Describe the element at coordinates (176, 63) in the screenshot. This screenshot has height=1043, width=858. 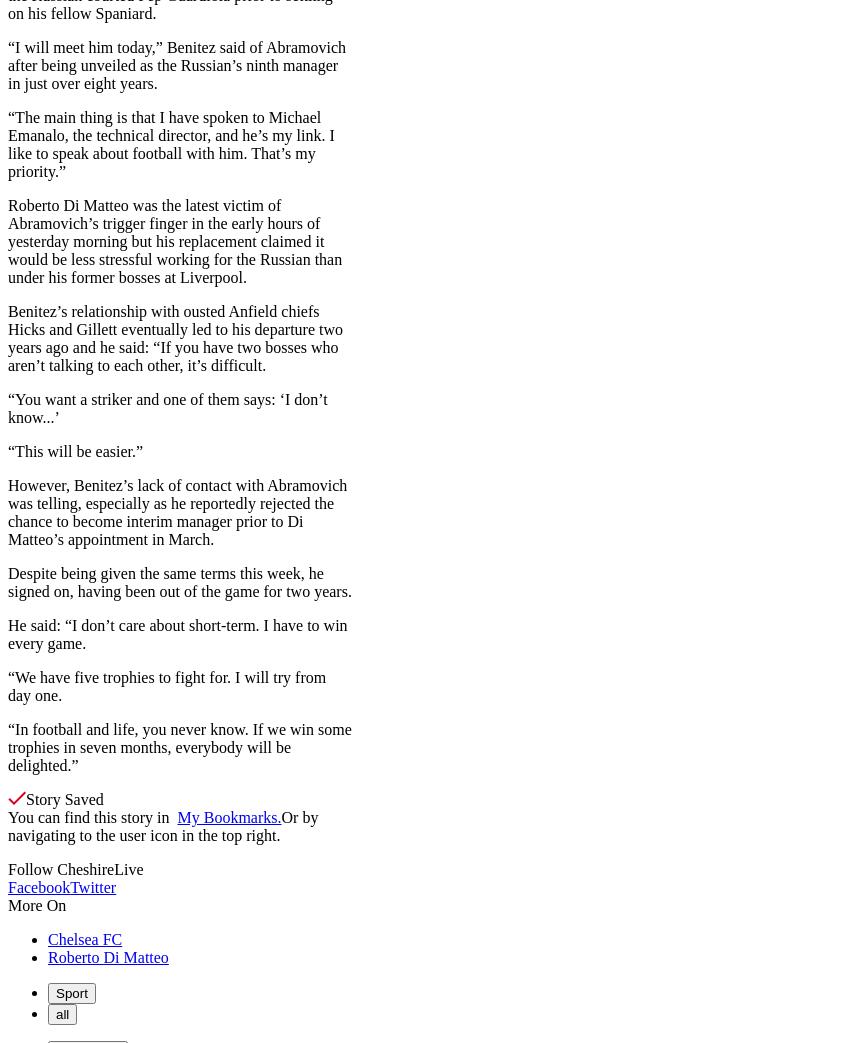
I see `'“I will meet him today,” Benitez said of Abramovich after being unveiled as the Russian’s ninth manager in just over eight years.'` at that location.